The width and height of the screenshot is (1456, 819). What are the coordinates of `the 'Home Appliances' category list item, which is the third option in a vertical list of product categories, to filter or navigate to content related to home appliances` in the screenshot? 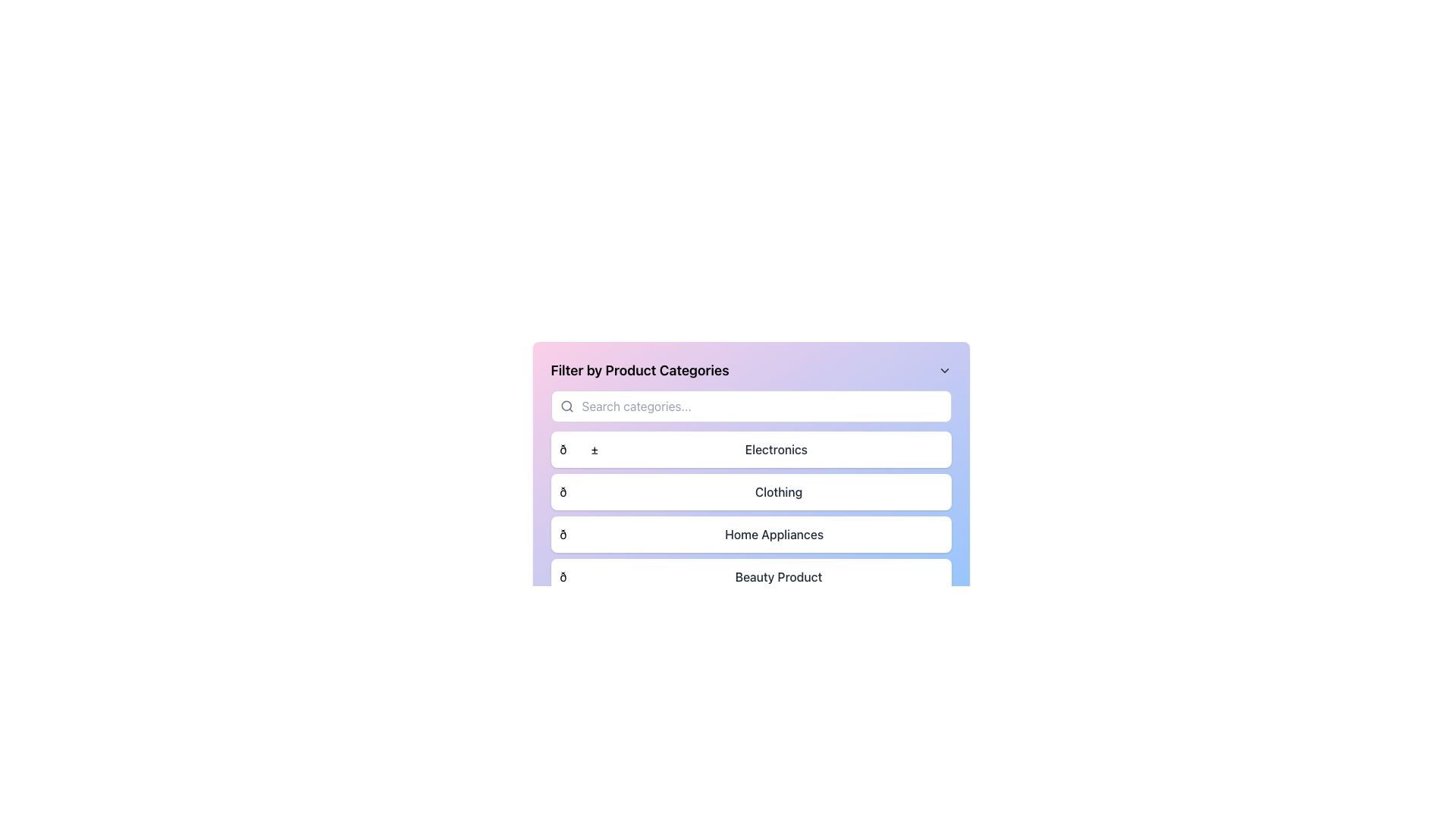 It's located at (751, 534).